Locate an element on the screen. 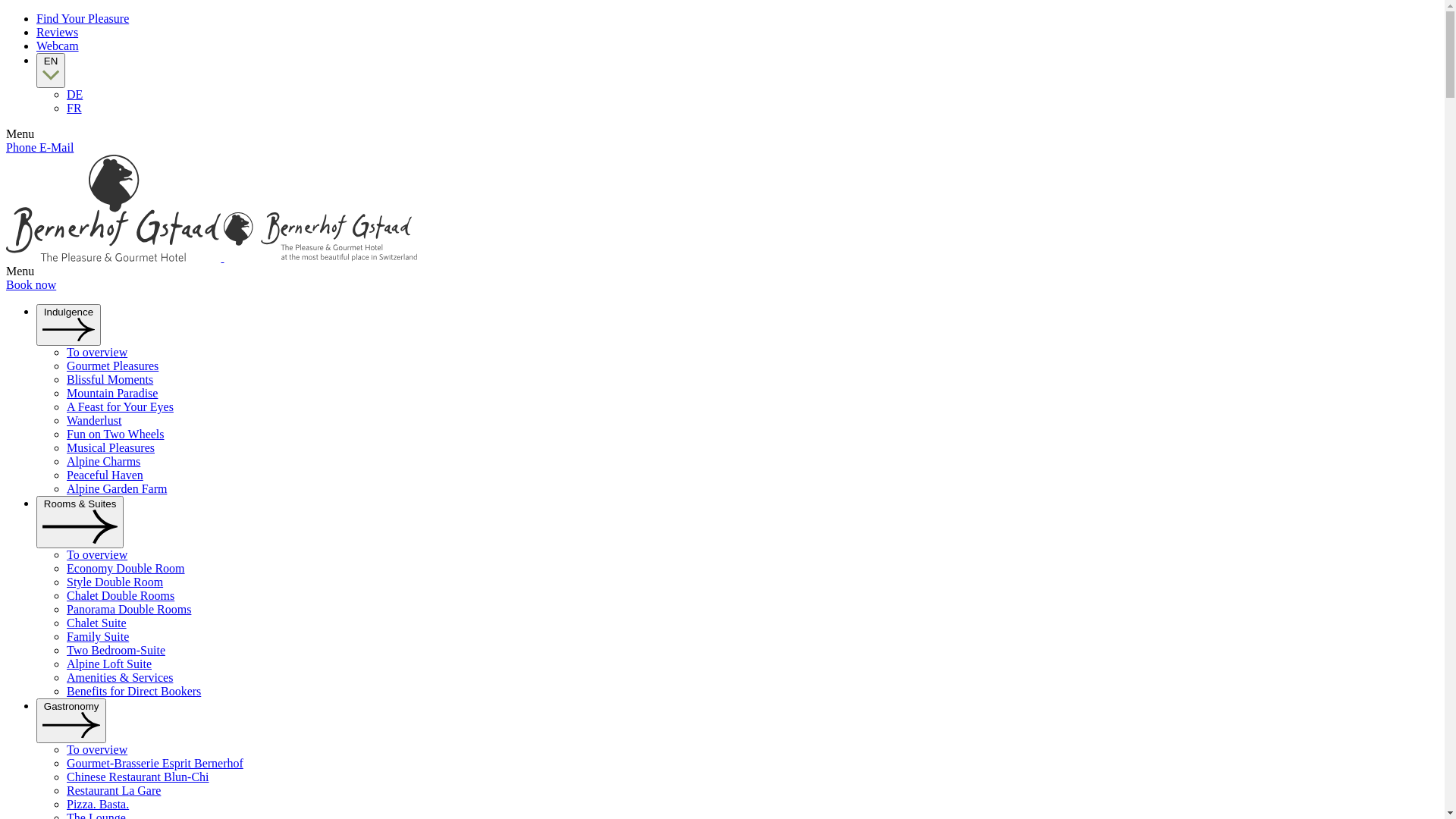  'Two Bedroom-Suite' is located at coordinates (115, 649).